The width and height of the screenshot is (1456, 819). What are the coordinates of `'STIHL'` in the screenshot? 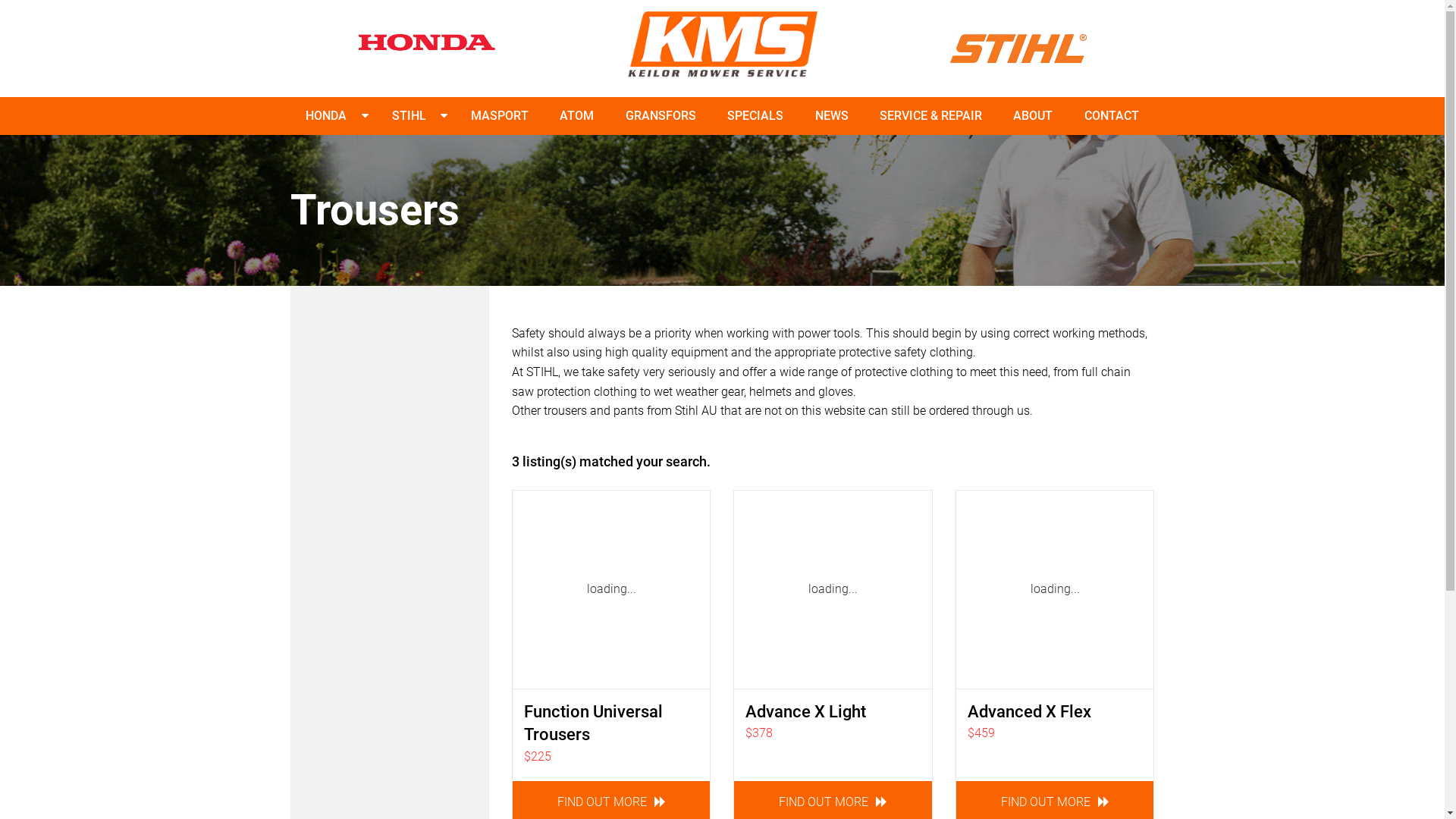 It's located at (408, 115).